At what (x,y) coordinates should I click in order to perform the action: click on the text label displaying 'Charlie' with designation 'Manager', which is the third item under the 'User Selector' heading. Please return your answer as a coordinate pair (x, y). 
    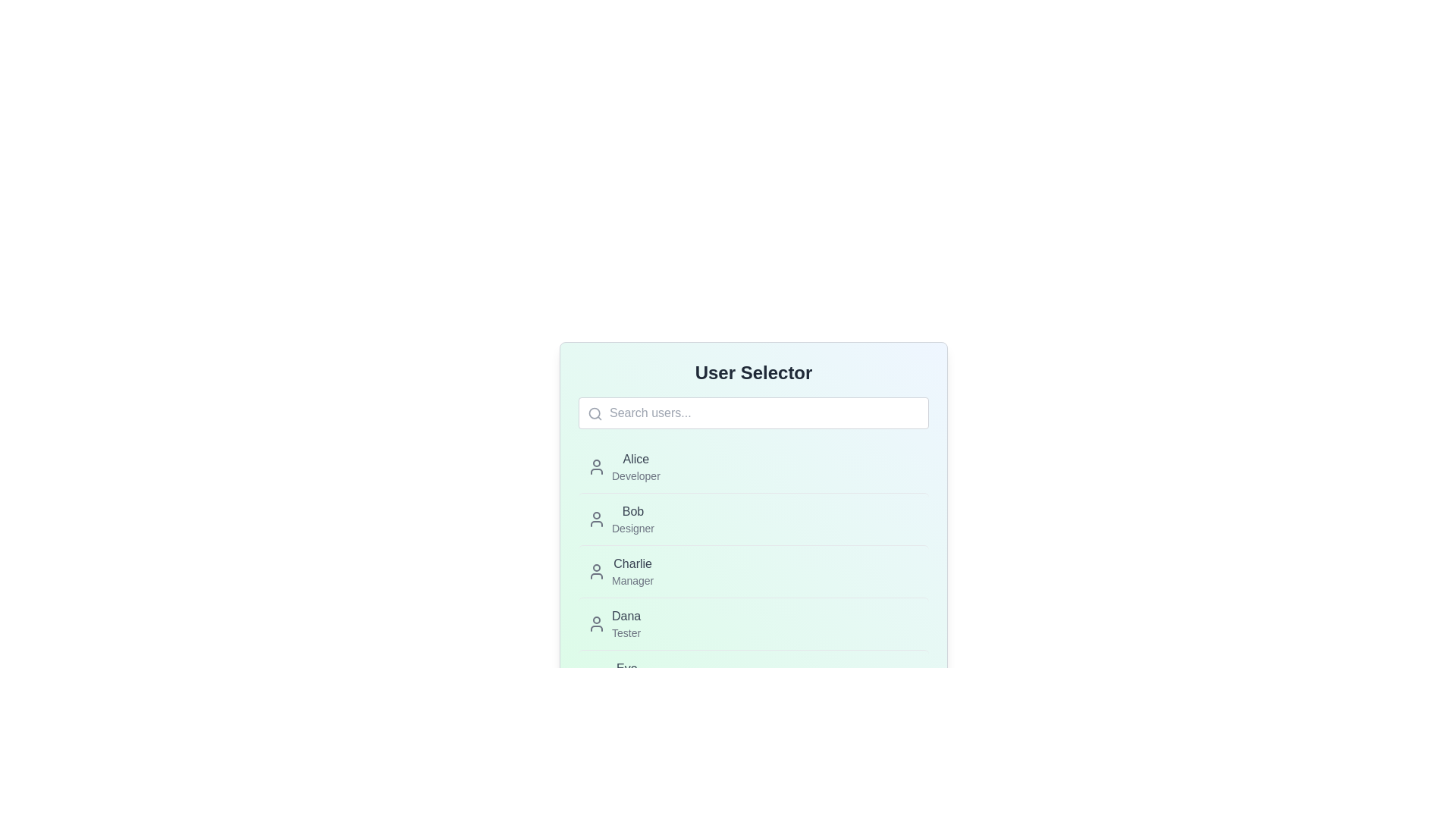
    Looking at the image, I should click on (632, 571).